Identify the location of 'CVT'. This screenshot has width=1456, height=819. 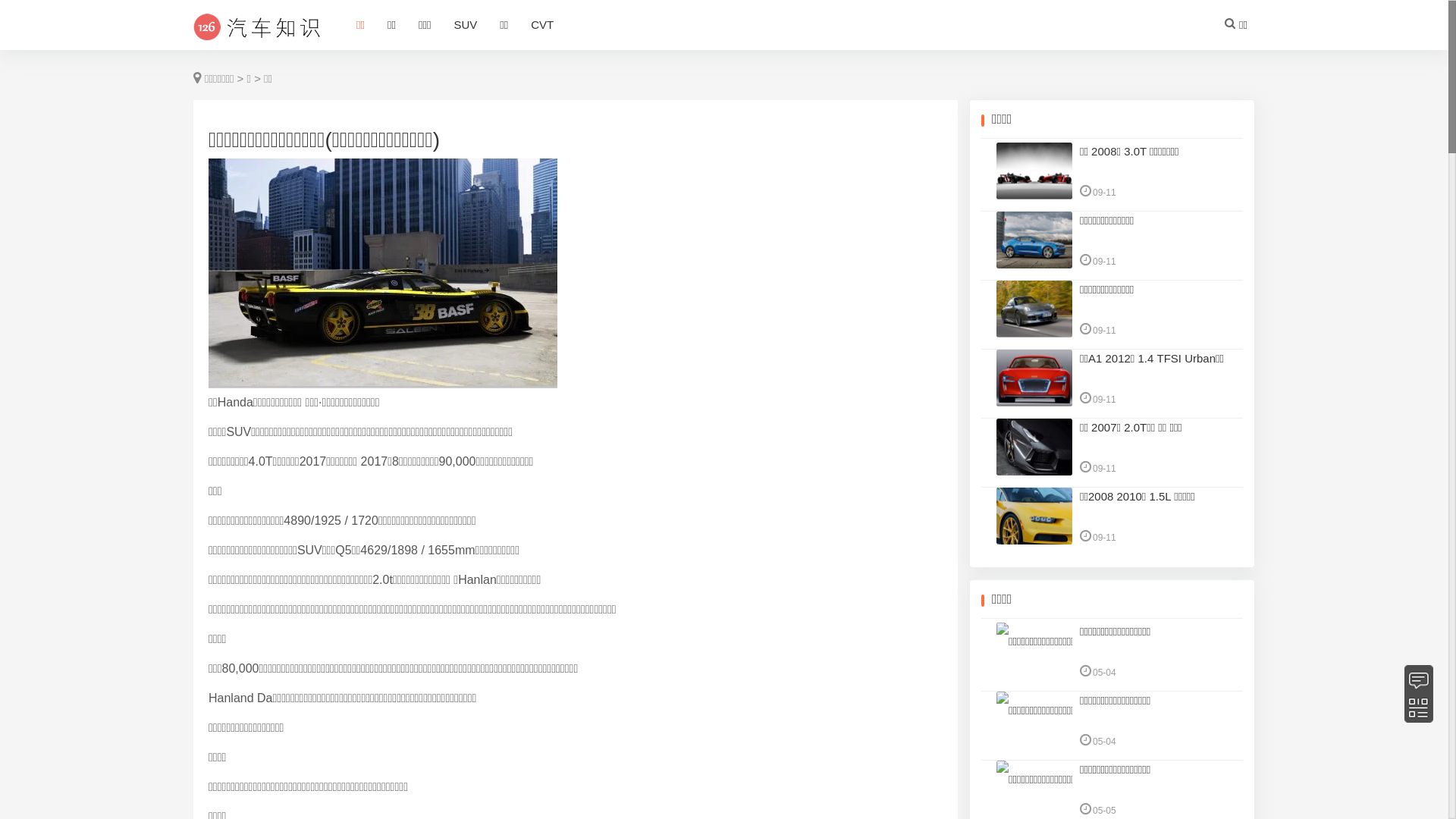
(519, 26).